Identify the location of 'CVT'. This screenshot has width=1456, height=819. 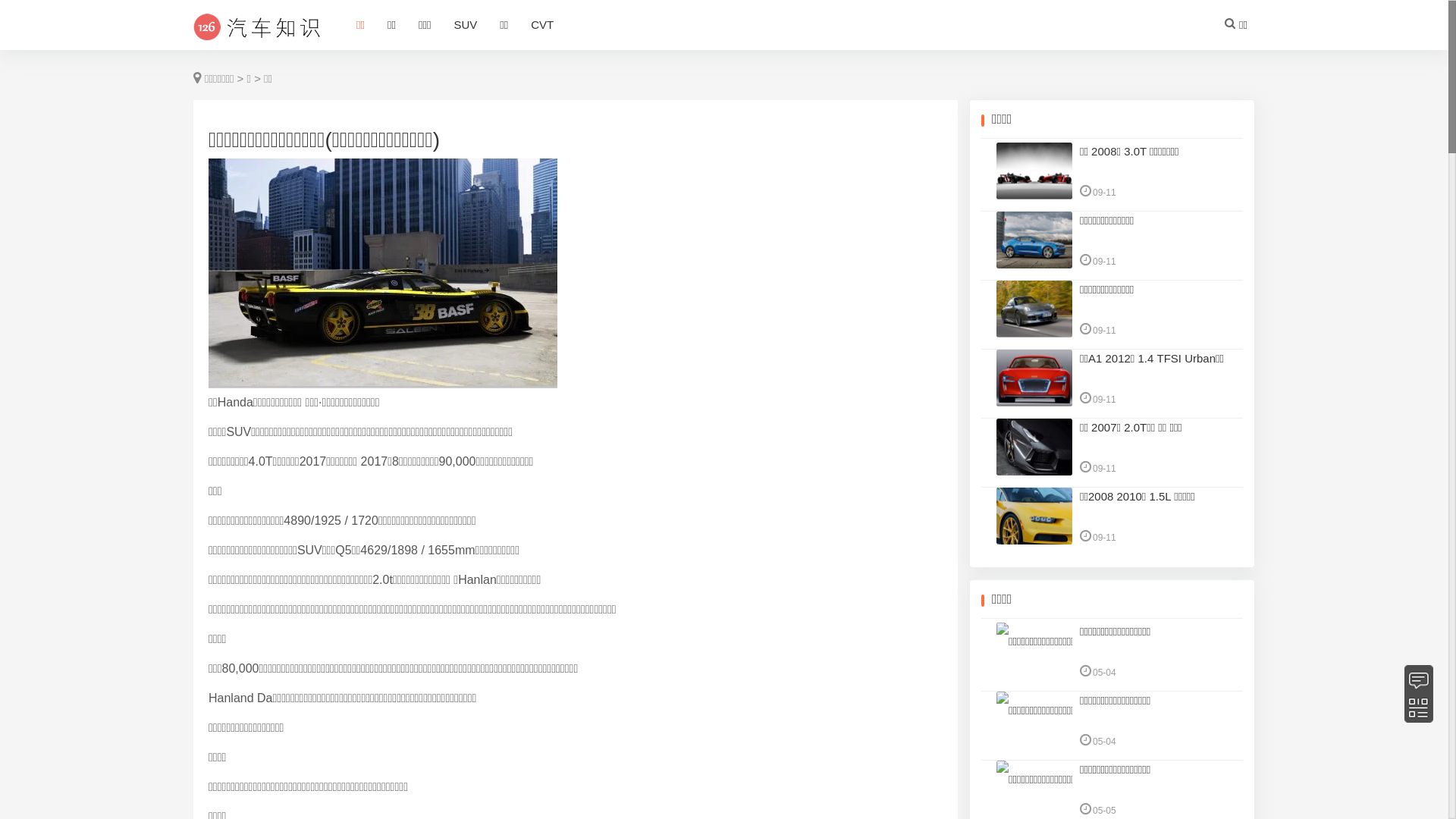
(519, 26).